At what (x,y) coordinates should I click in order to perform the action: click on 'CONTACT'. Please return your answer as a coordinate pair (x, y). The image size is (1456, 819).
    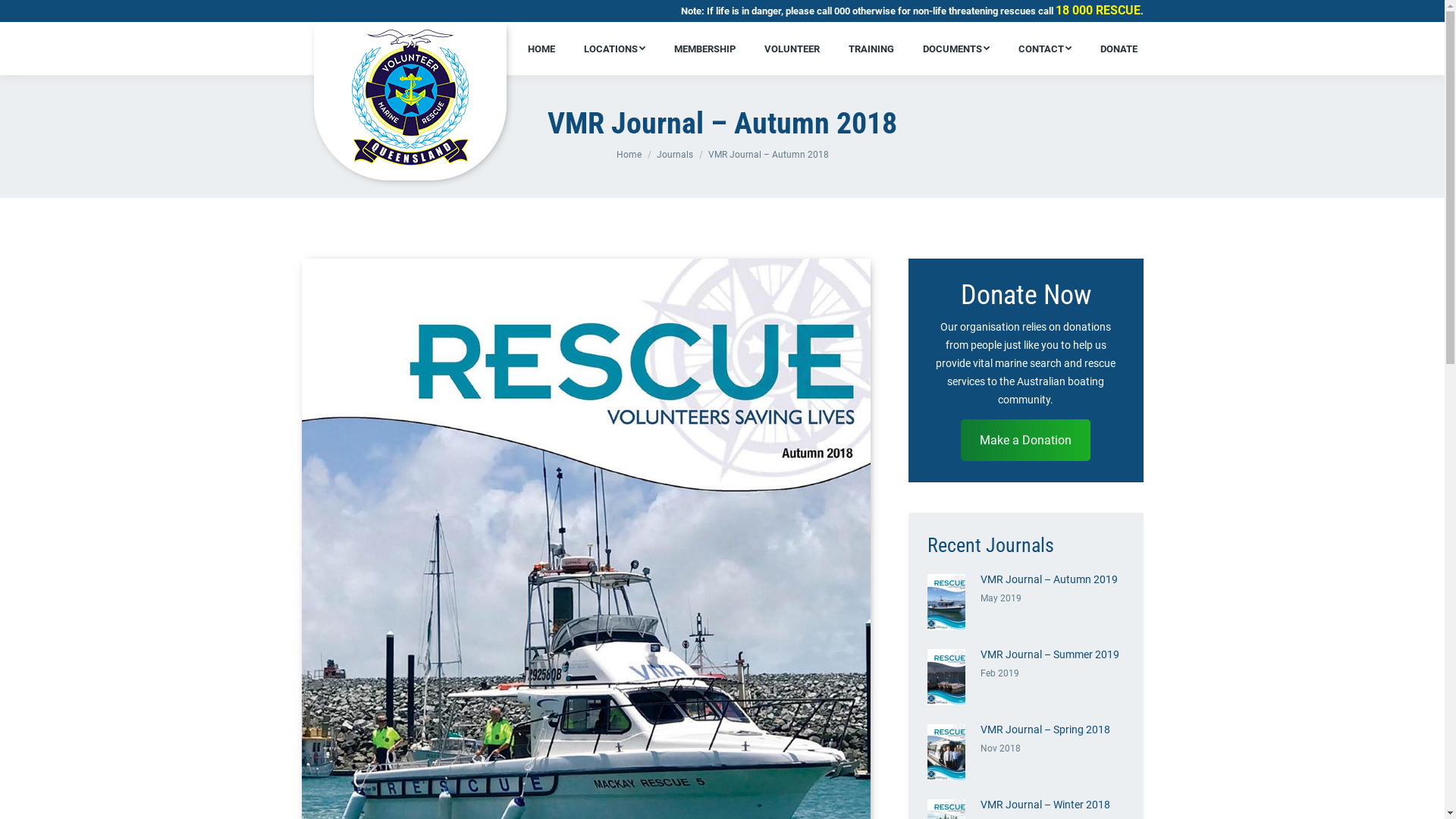
    Looking at the image, I should click on (1043, 48).